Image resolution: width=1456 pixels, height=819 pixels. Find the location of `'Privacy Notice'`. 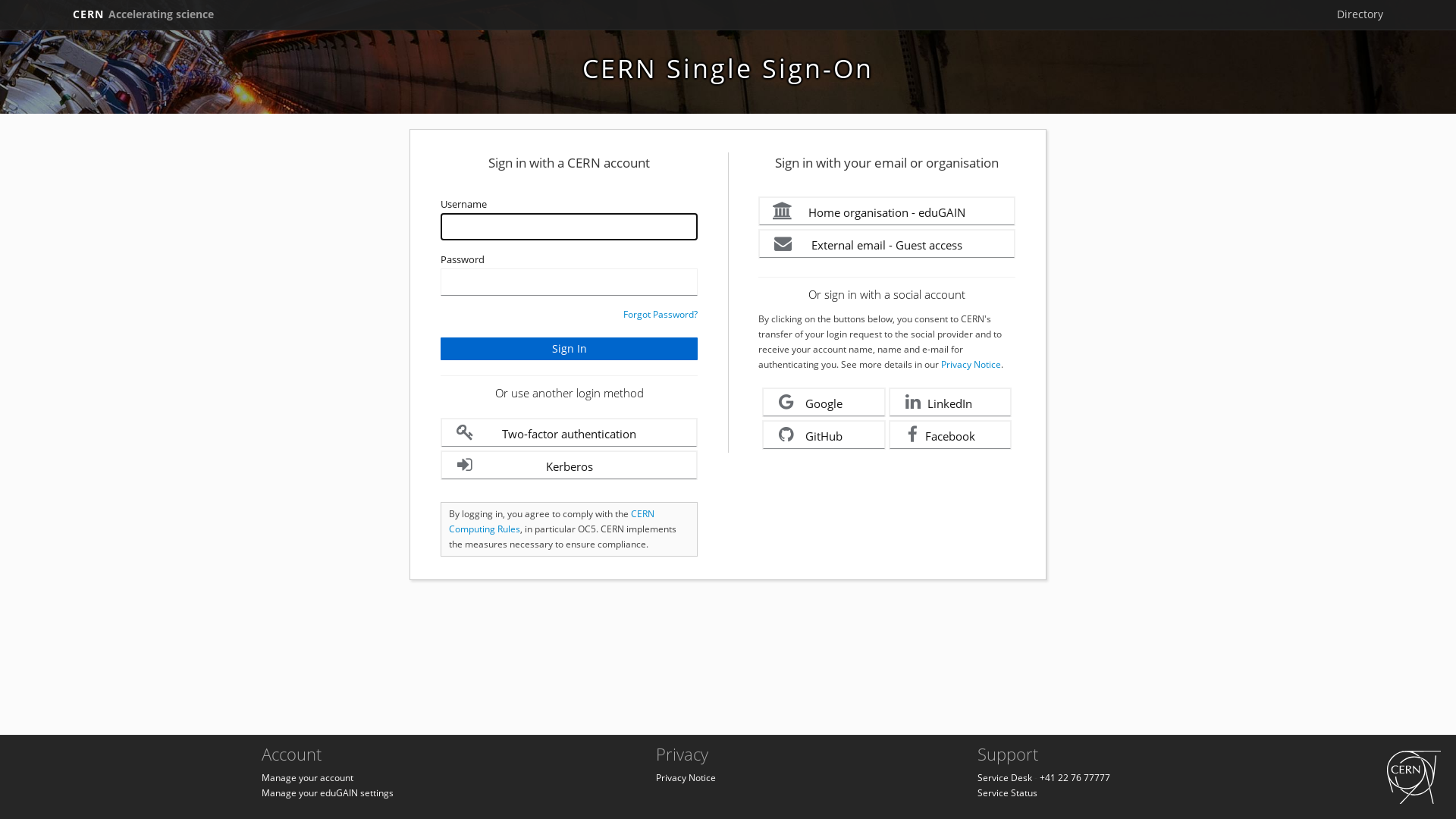

'Privacy Notice' is located at coordinates (685, 777).